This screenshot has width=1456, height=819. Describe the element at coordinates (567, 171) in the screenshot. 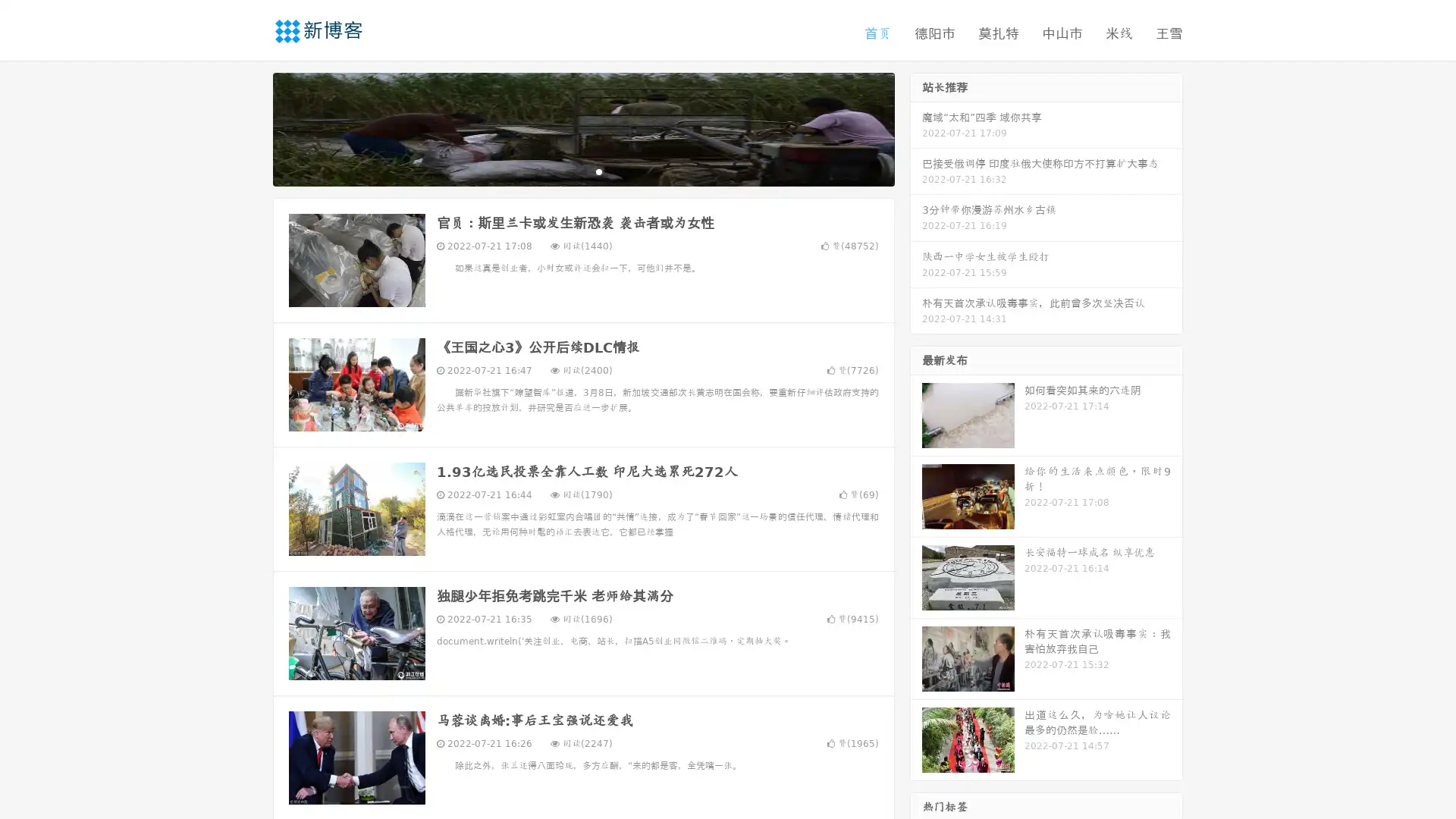

I see `Go to slide 1` at that location.